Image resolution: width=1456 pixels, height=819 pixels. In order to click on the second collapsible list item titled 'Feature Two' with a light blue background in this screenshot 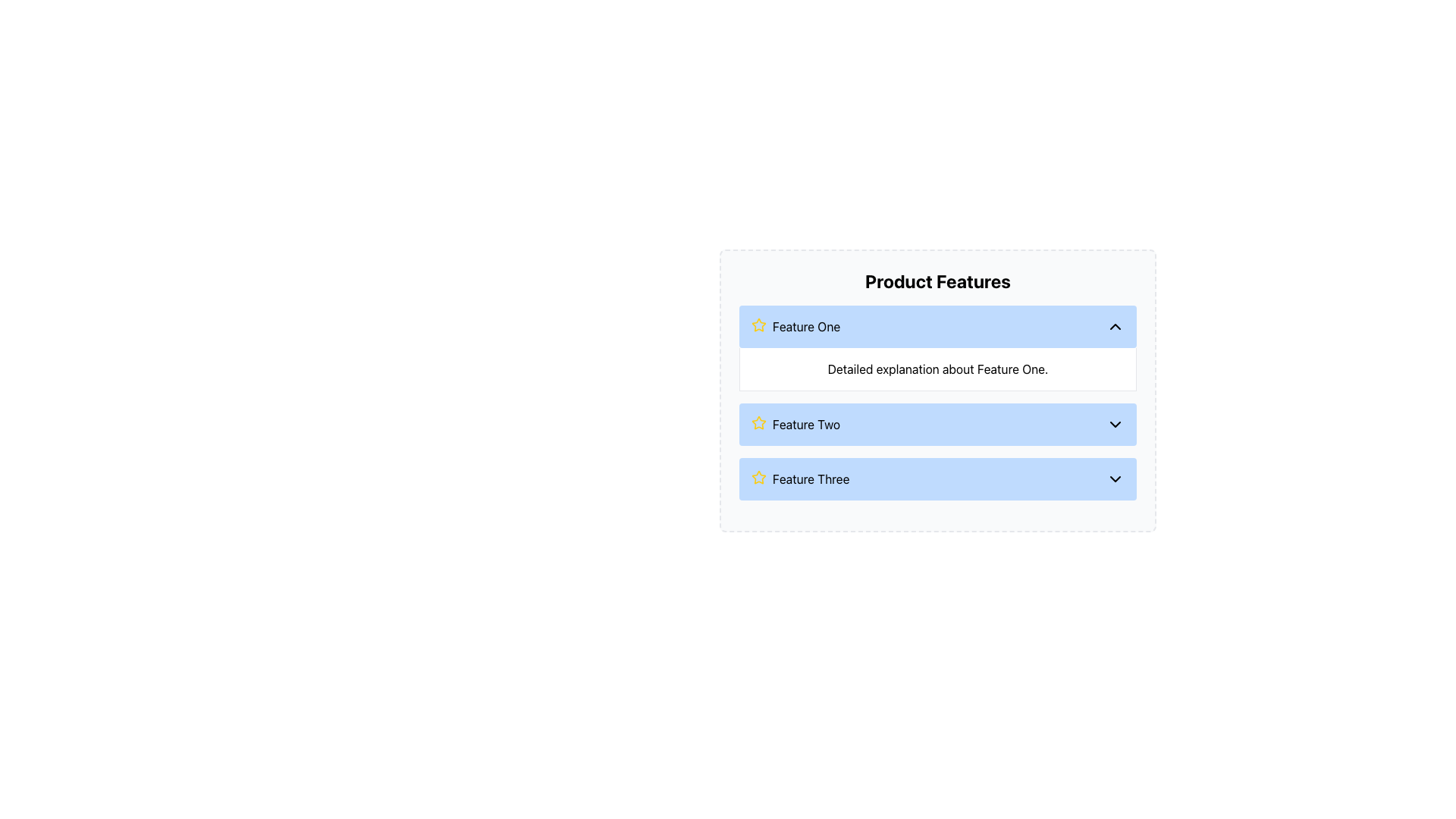, I will do `click(937, 424)`.